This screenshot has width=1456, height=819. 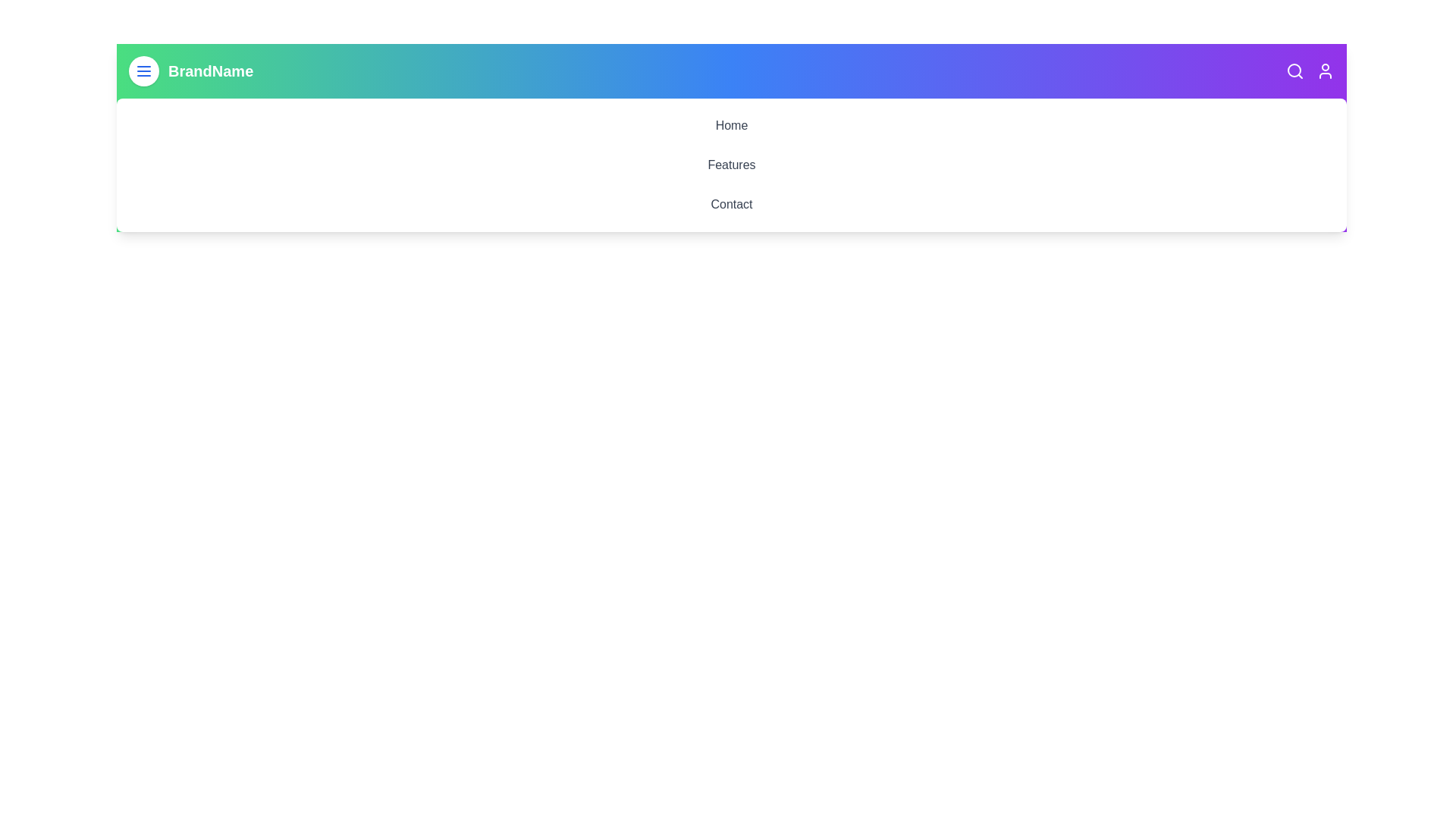 I want to click on the 'BrandName' text to focus or select it, so click(x=210, y=71).